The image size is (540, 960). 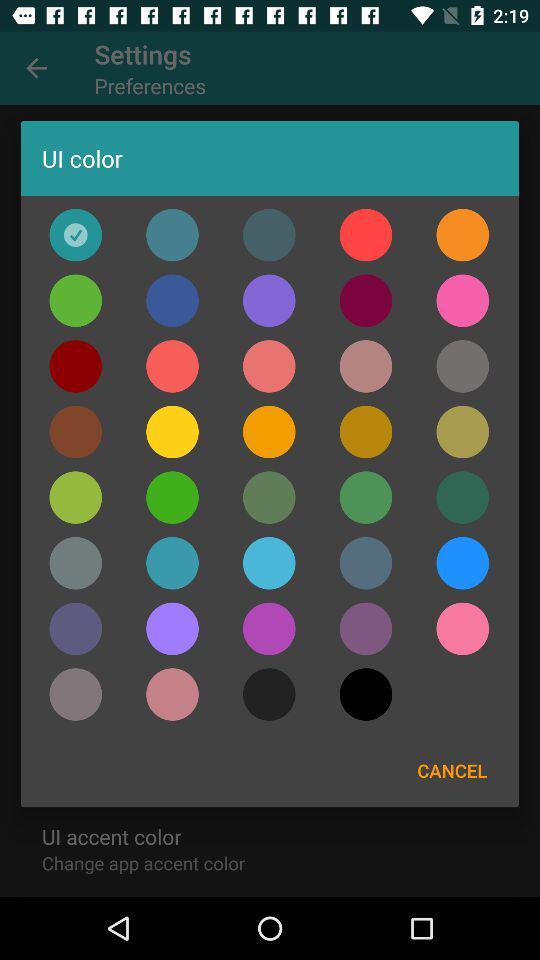 What do you see at coordinates (365, 235) in the screenshot?
I see `color selection` at bounding box center [365, 235].